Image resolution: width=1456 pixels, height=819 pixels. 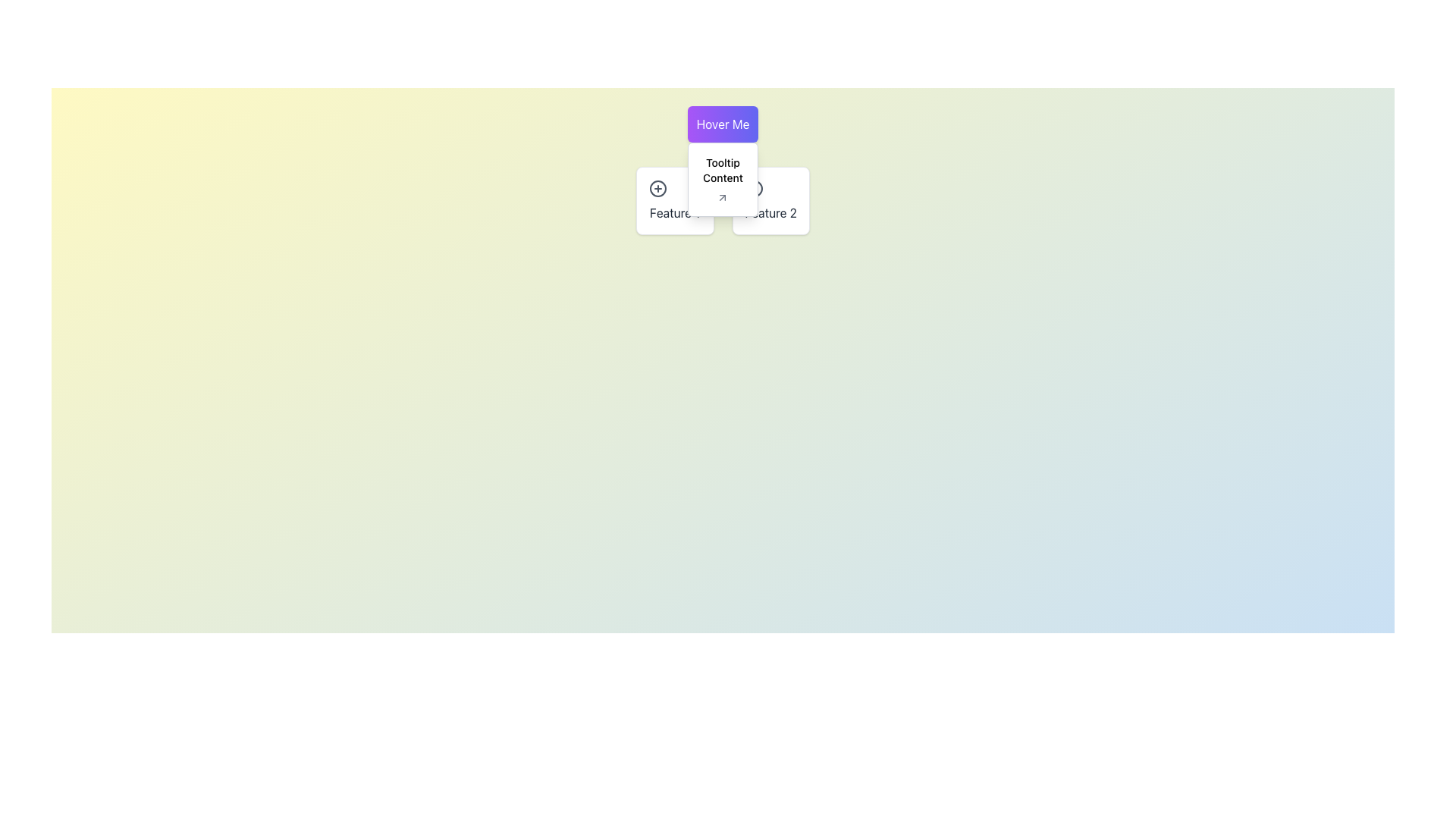 What do you see at coordinates (754, 188) in the screenshot?
I see `the SVG Circle Element that serves as an icon or visual cue within the tooltip-like popup next to the 'Hover Me' button` at bounding box center [754, 188].